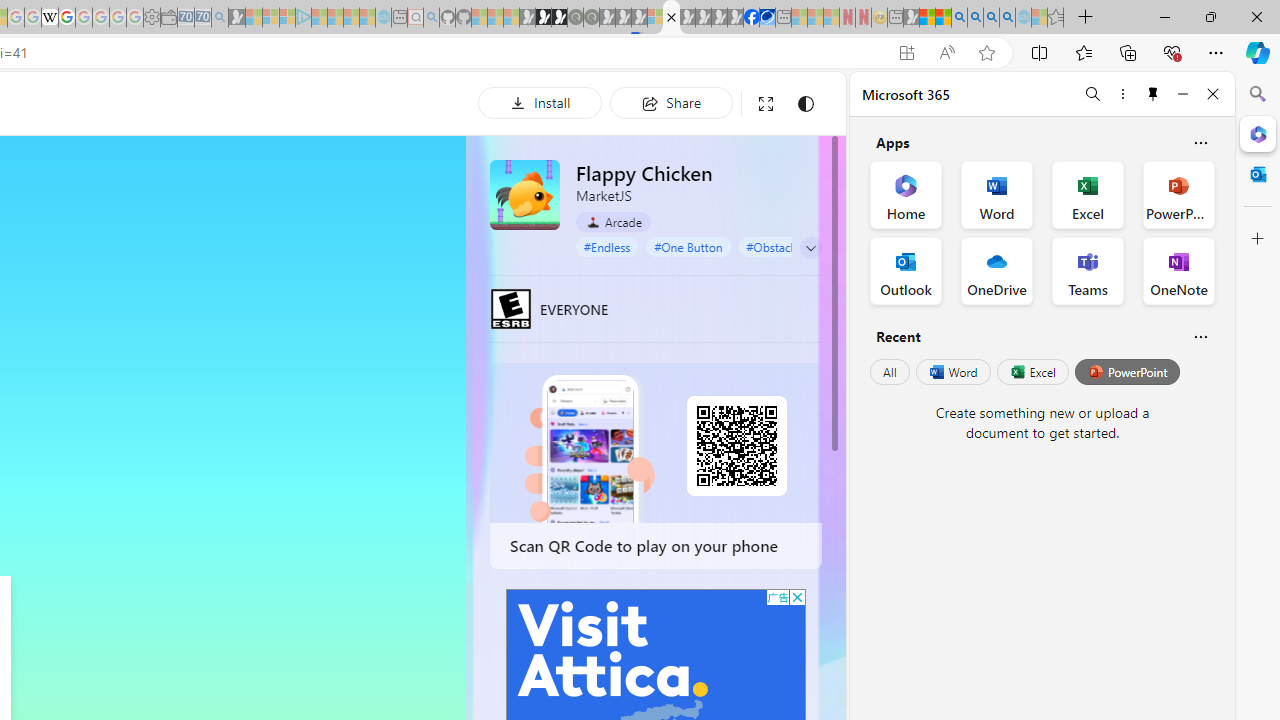  What do you see at coordinates (688, 245) in the screenshot?
I see `'#One Button'` at bounding box center [688, 245].